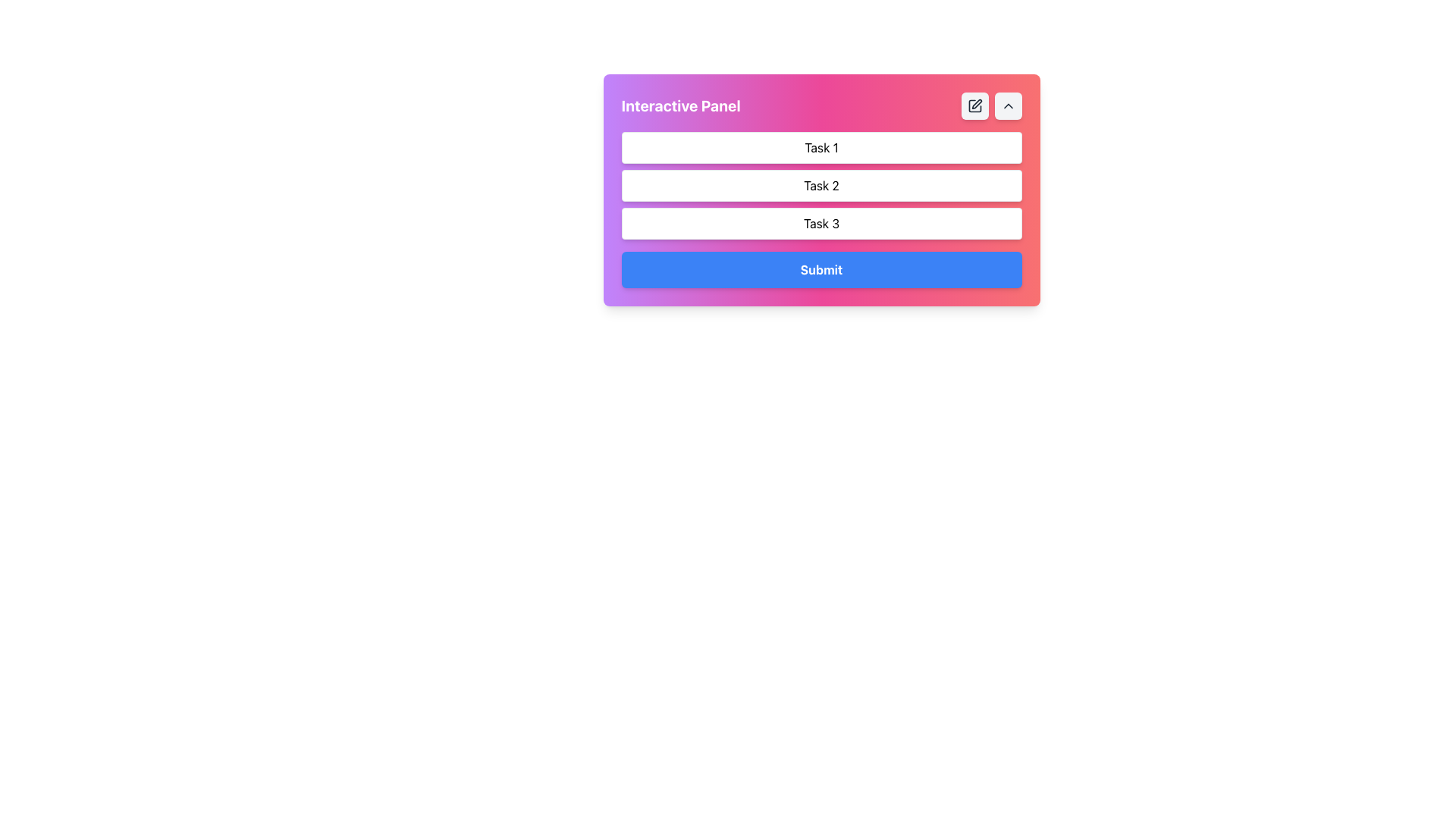  Describe the element at coordinates (974, 105) in the screenshot. I see `the Icon button located in the header section of the panel on the top right` at that location.